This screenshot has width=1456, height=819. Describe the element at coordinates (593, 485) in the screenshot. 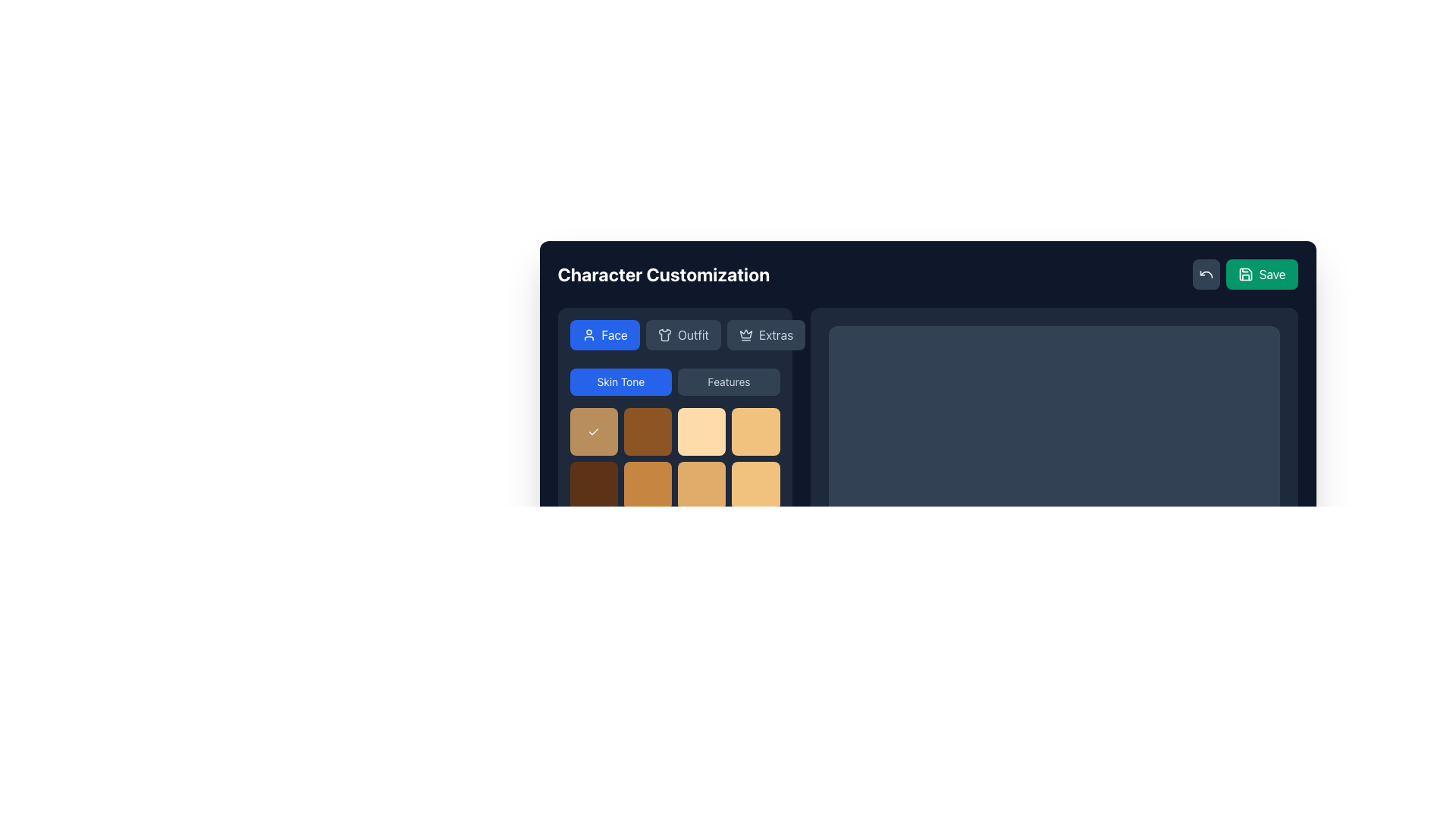

I see `the first selectable grid item under the 'Skin Tone' section in the 'Character Customization' interface` at that location.